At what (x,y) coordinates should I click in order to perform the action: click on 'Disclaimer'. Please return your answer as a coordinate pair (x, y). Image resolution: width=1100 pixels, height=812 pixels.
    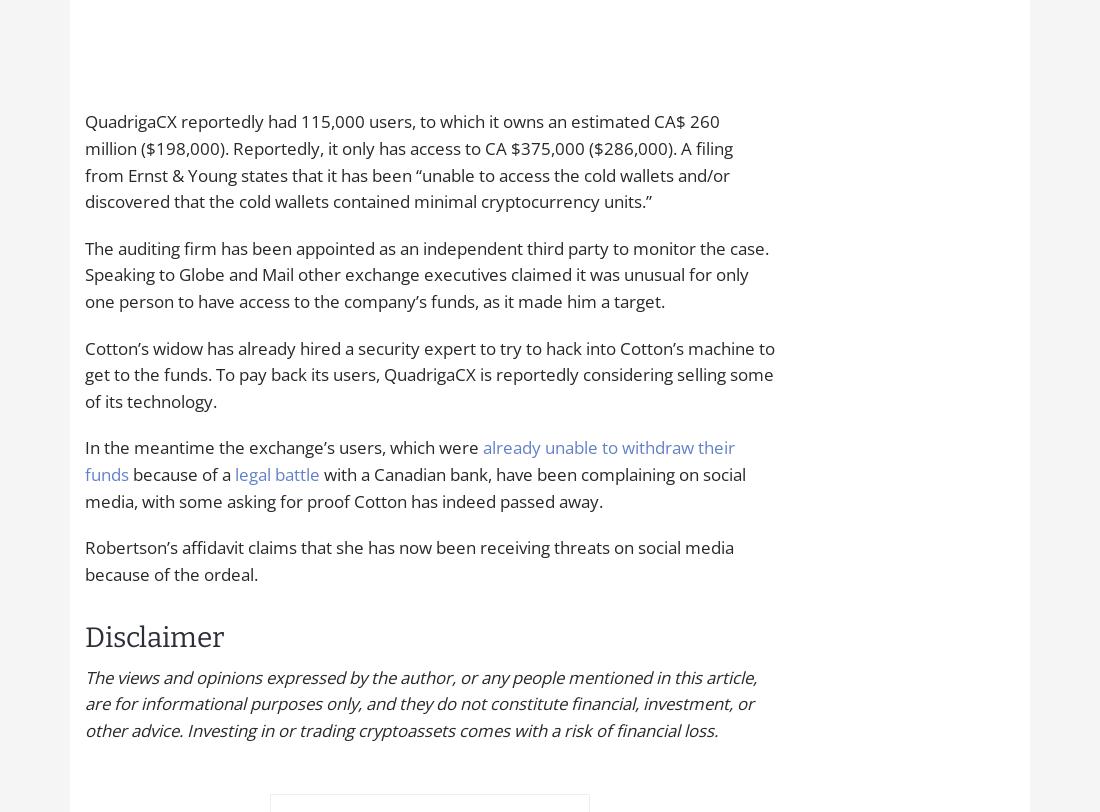
    Looking at the image, I should click on (153, 637).